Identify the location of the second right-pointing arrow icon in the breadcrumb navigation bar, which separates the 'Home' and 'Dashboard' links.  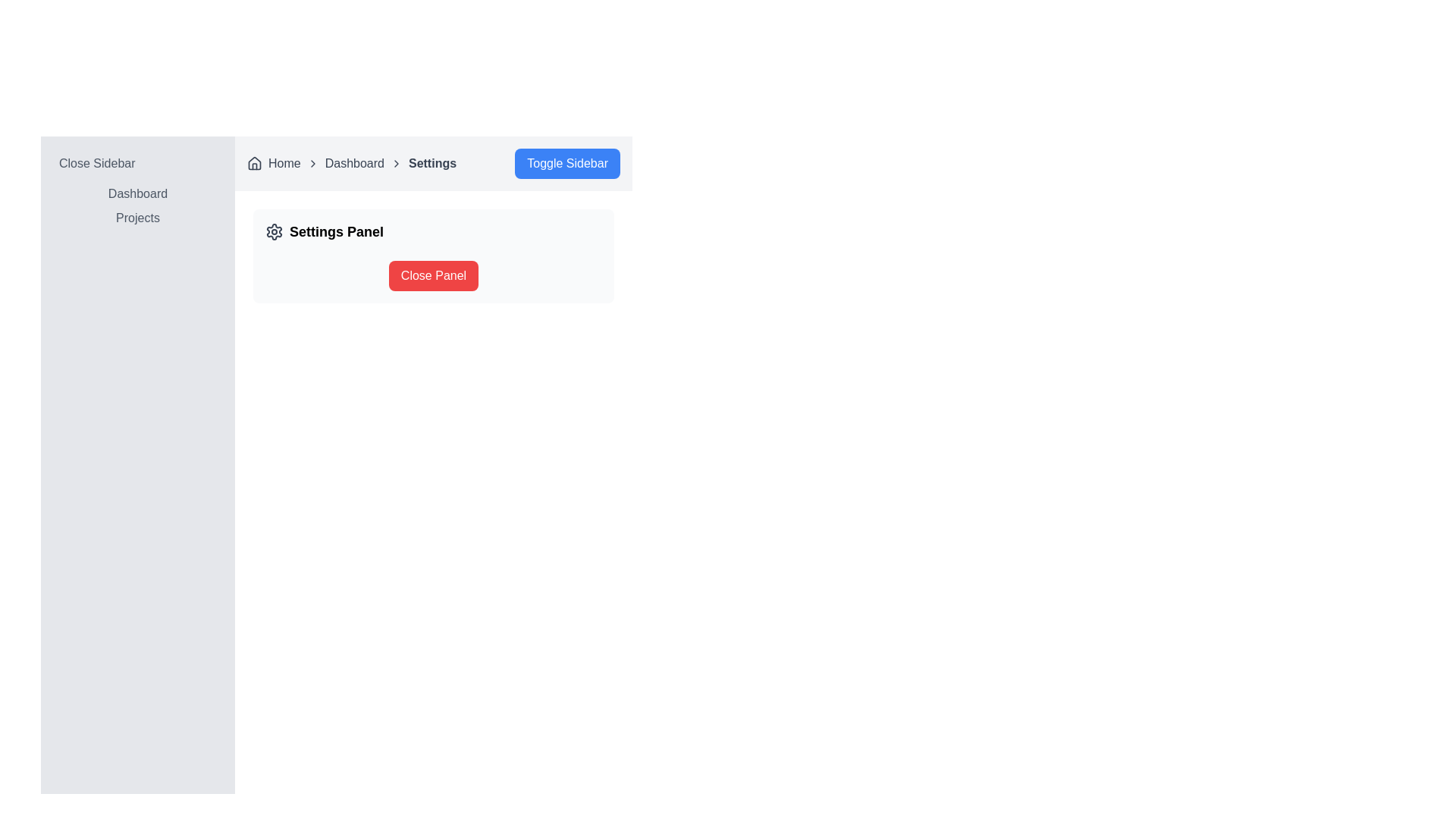
(312, 164).